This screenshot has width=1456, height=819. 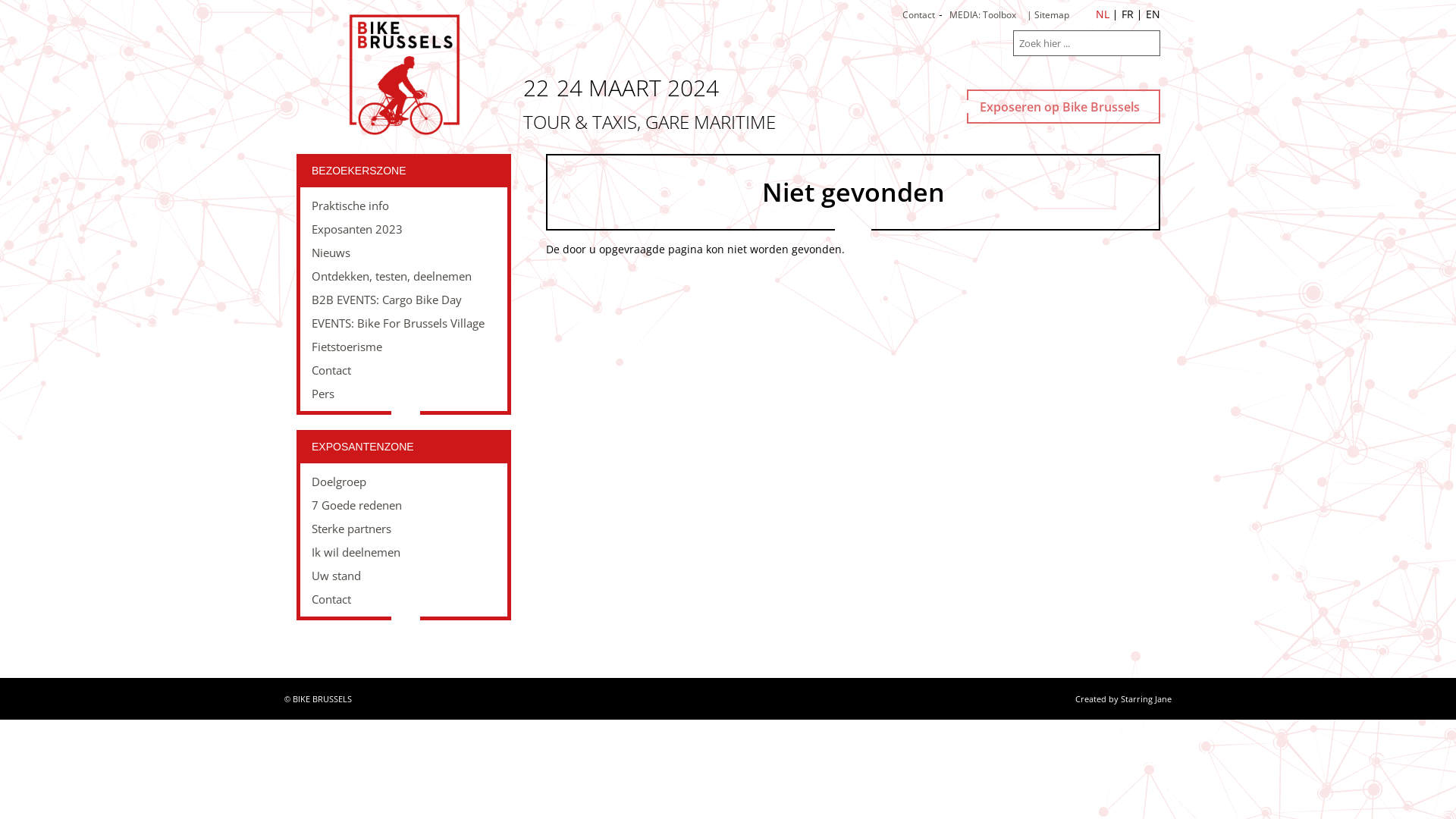 What do you see at coordinates (403, 322) in the screenshot?
I see `'EVENTS: Bike For Brussels Village'` at bounding box center [403, 322].